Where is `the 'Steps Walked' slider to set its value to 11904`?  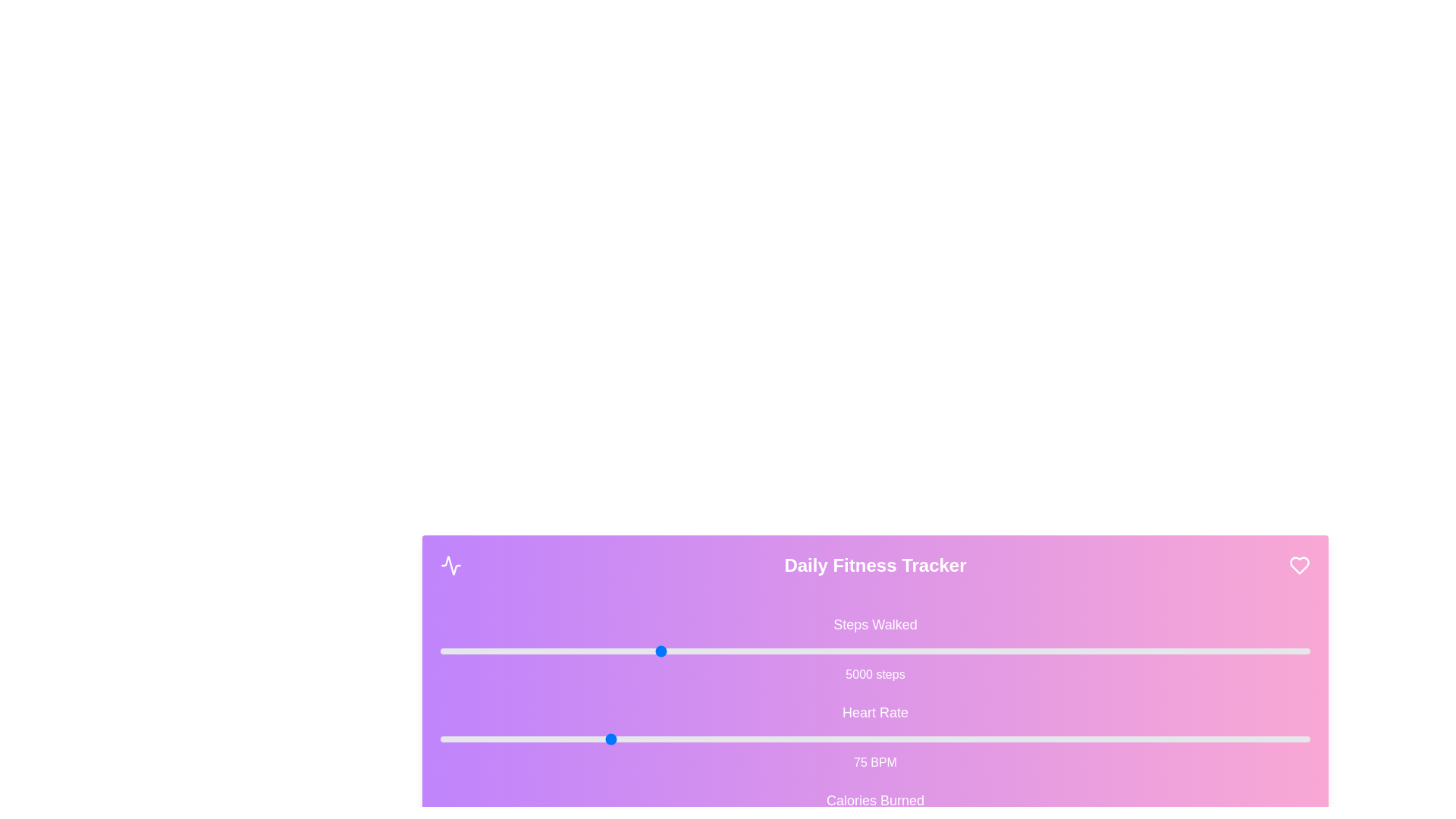 the 'Steps Walked' slider to set its value to 11904 is located at coordinates (957, 651).